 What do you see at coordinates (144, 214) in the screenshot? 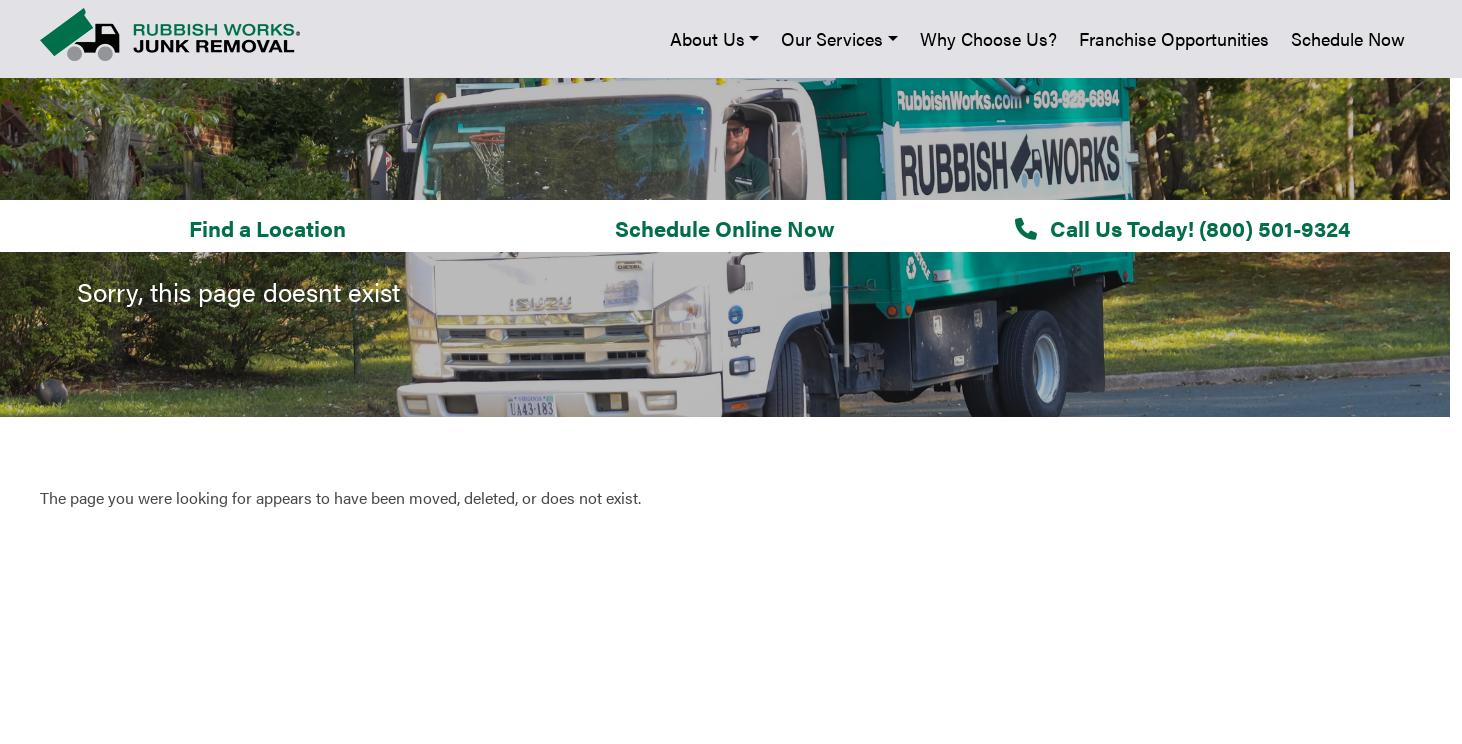
I see `'Schedule Now!'` at bounding box center [144, 214].